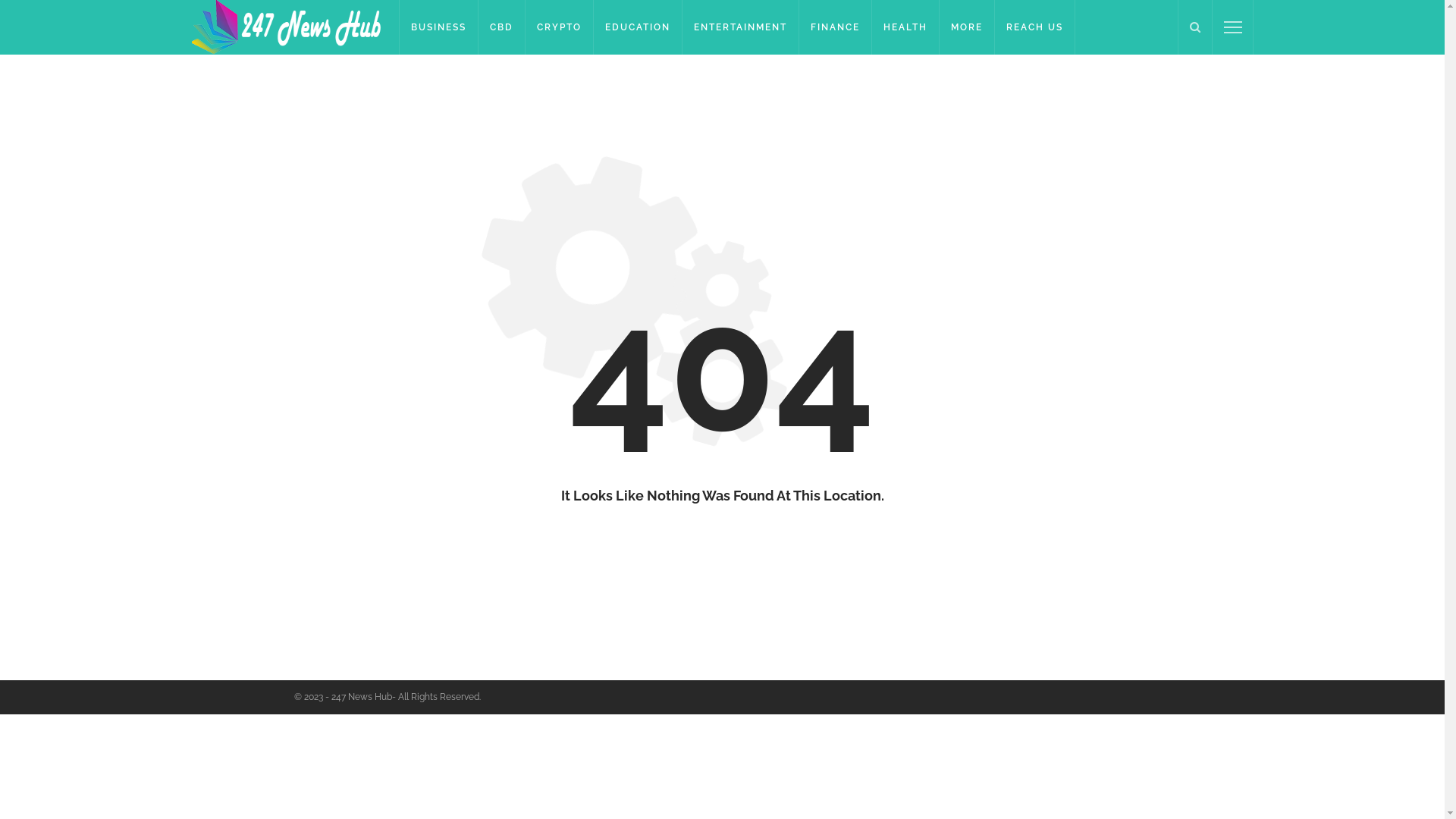  Describe the element at coordinates (741, 27) in the screenshot. I see `'ENTERTAINMENT'` at that location.